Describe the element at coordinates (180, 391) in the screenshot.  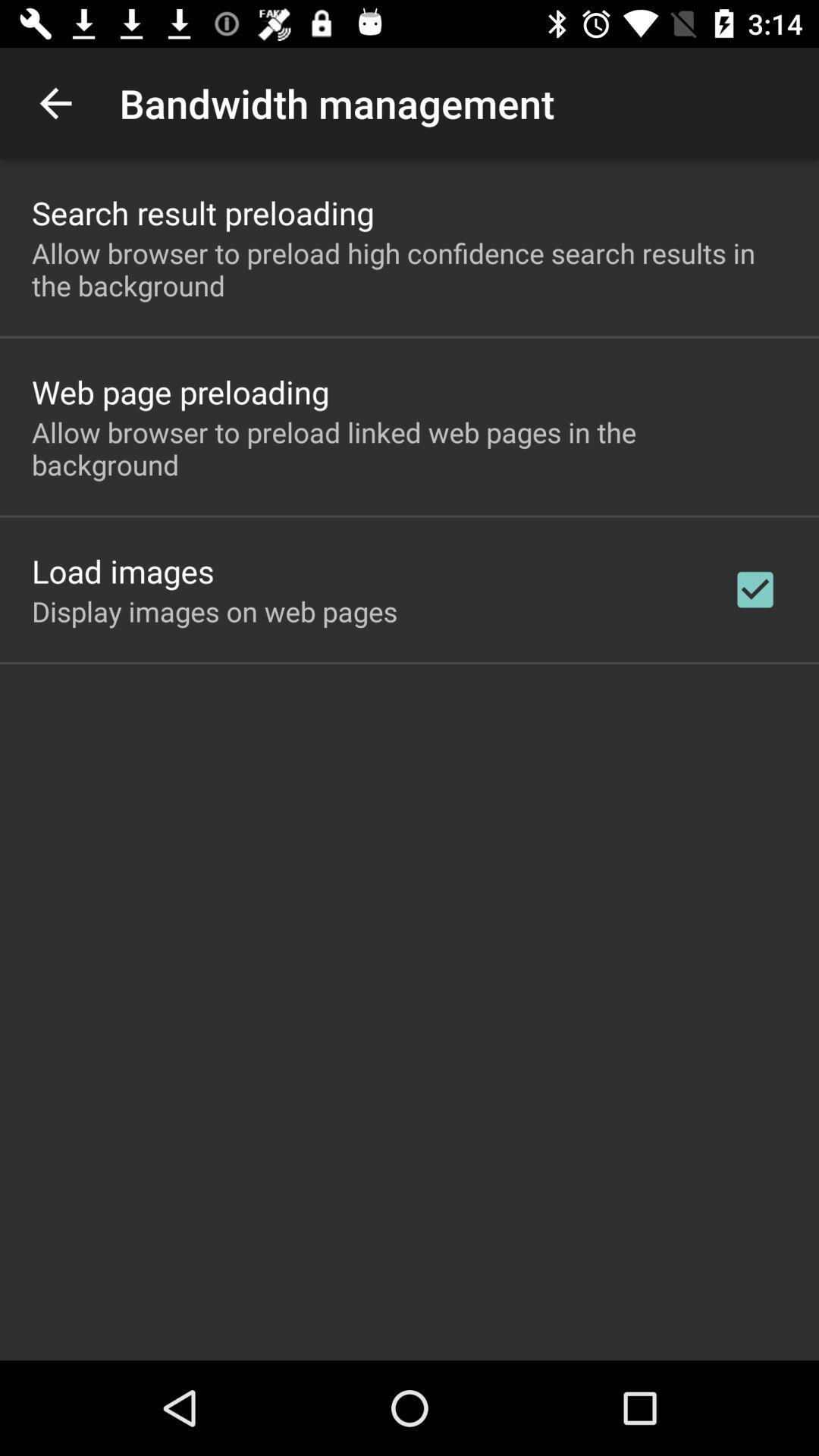
I see `the web page preloading icon` at that location.